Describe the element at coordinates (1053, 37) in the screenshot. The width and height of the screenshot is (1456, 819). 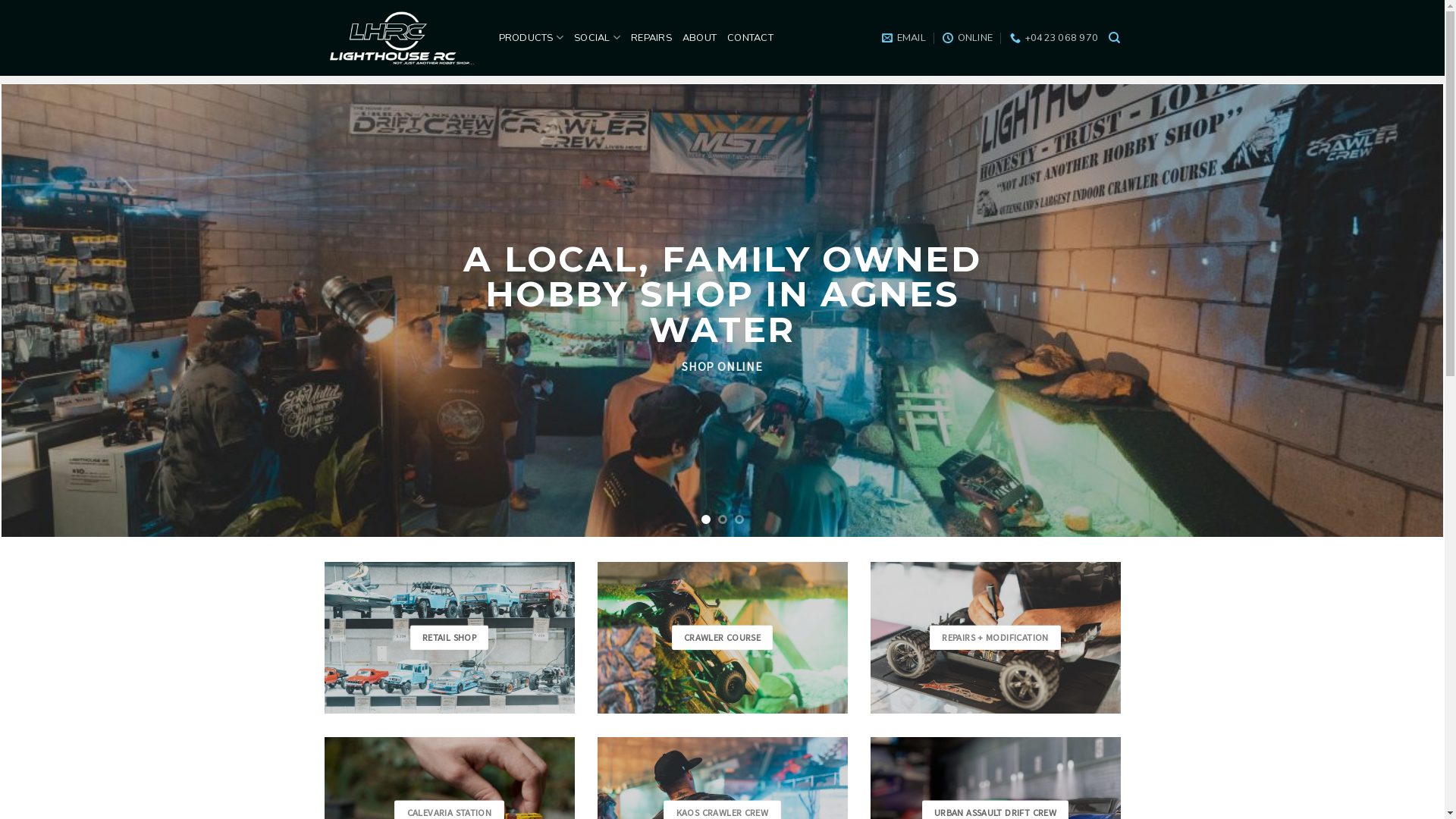
I see `'+0423 068 970'` at that location.